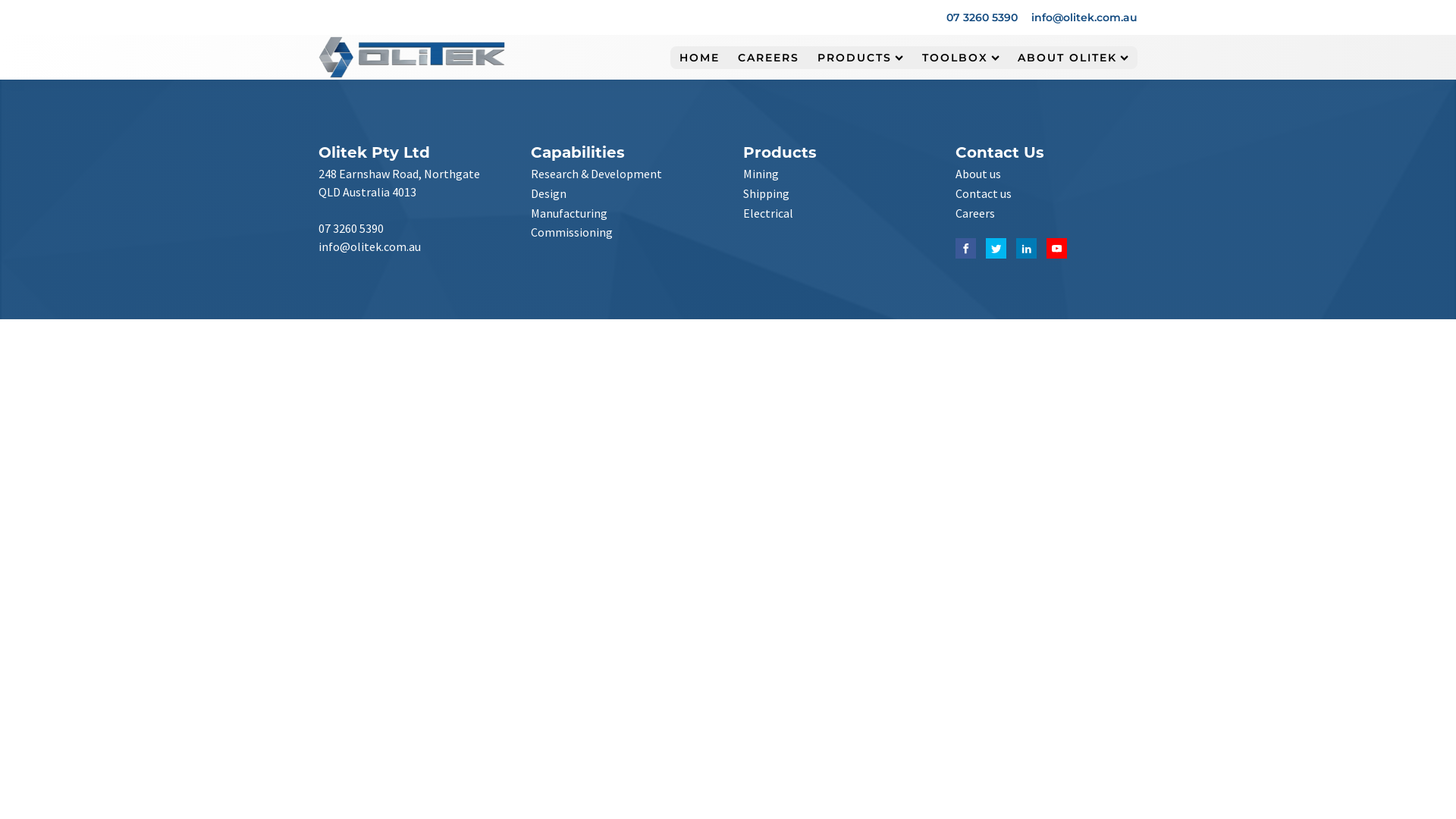 Image resolution: width=1456 pixels, height=819 pixels. What do you see at coordinates (318, 152) in the screenshot?
I see `'Olitek Pty Ltd'` at bounding box center [318, 152].